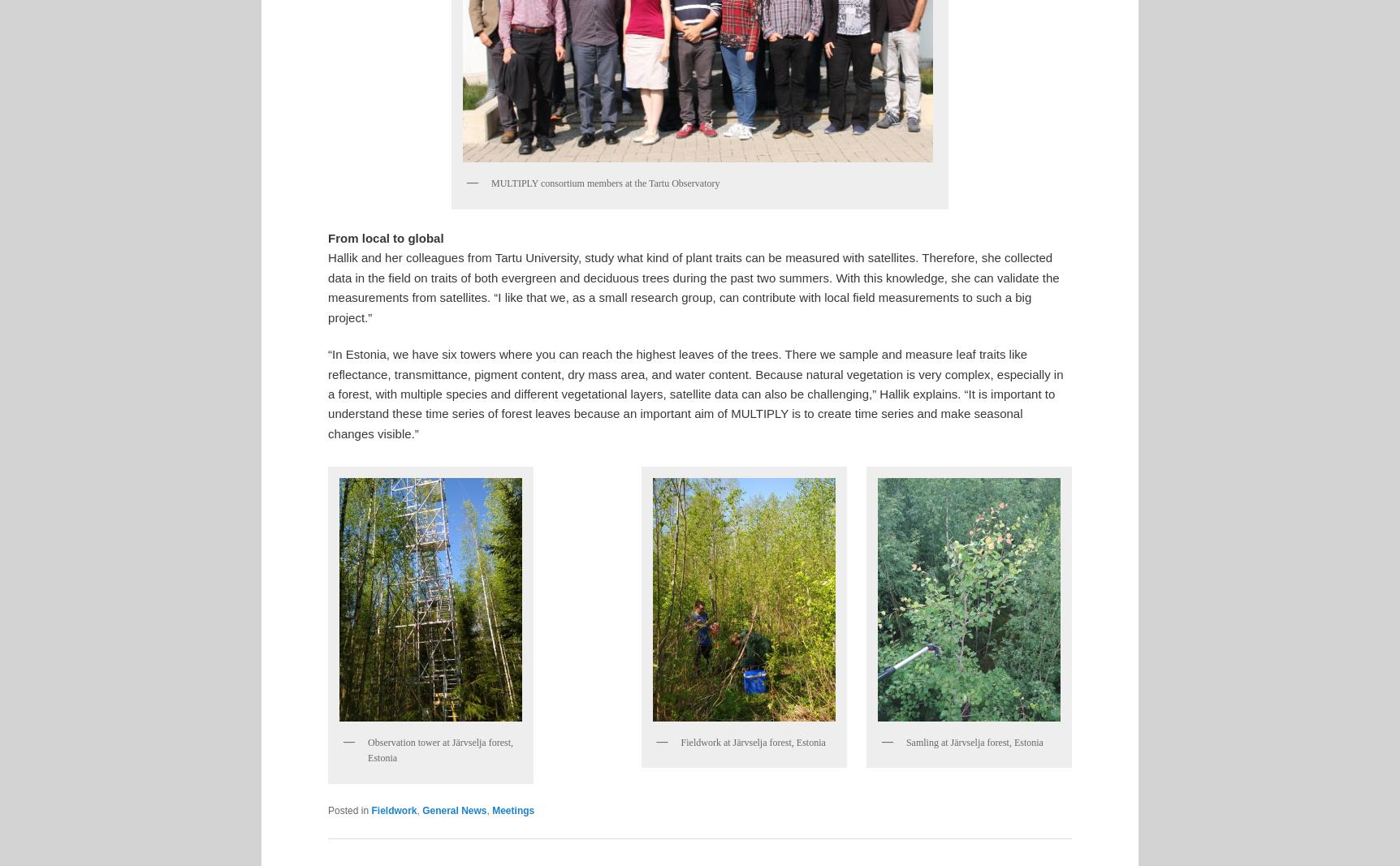 The height and width of the screenshot is (866, 1400). I want to click on 'Meetings', so click(513, 811).